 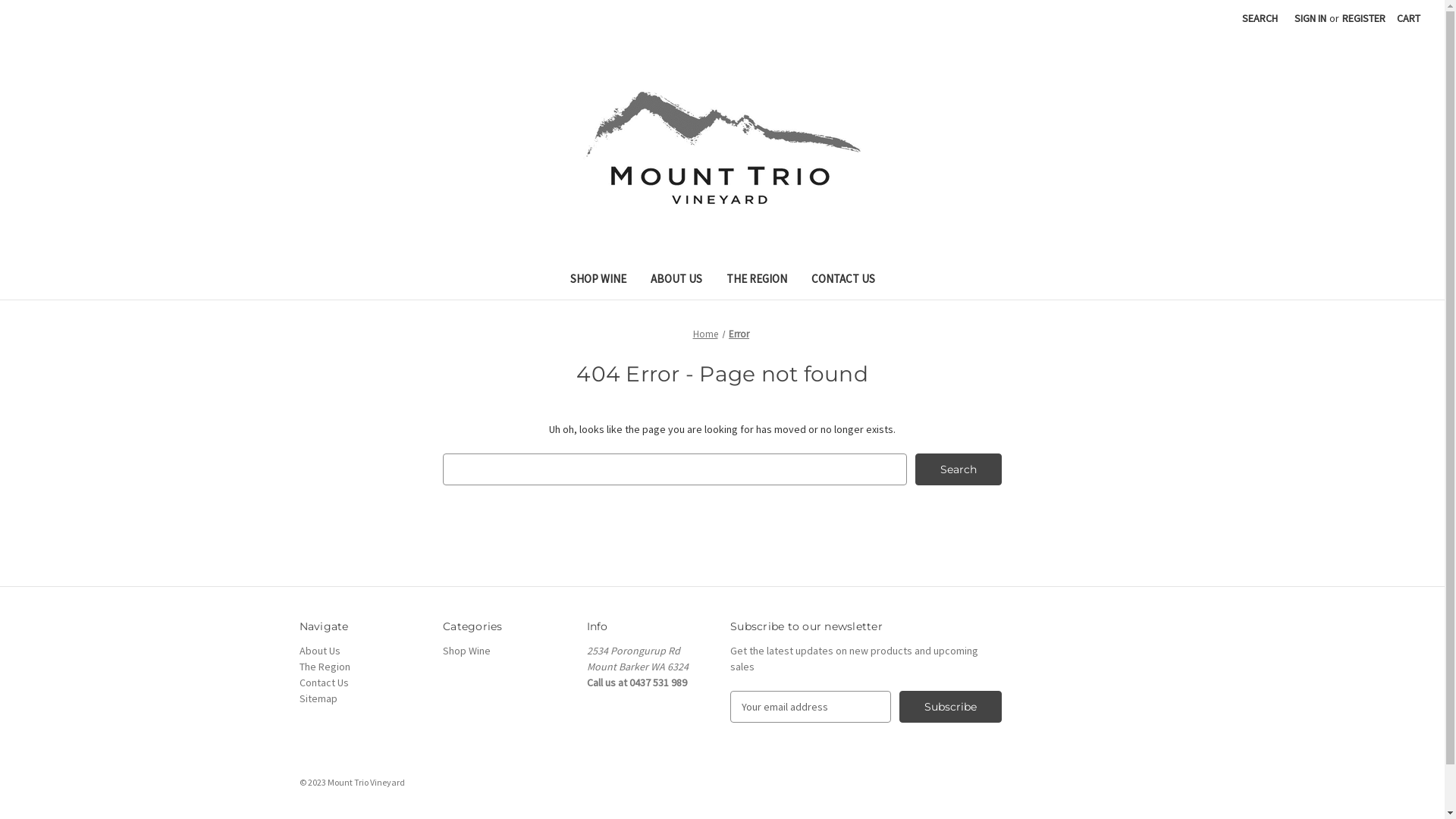 What do you see at coordinates (323, 666) in the screenshot?
I see `'The Region'` at bounding box center [323, 666].